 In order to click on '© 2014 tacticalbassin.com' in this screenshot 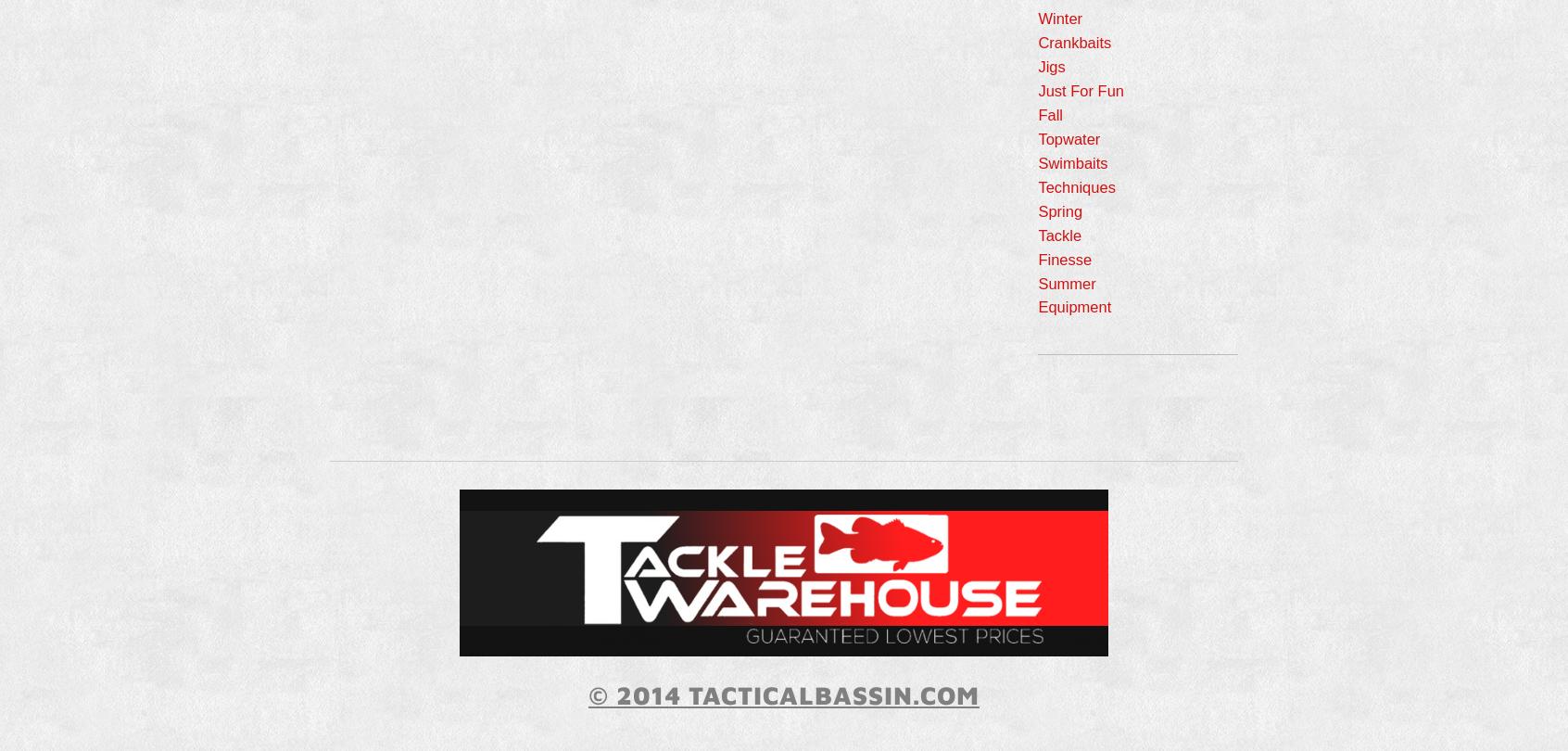, I will do `click(784, 694)`.